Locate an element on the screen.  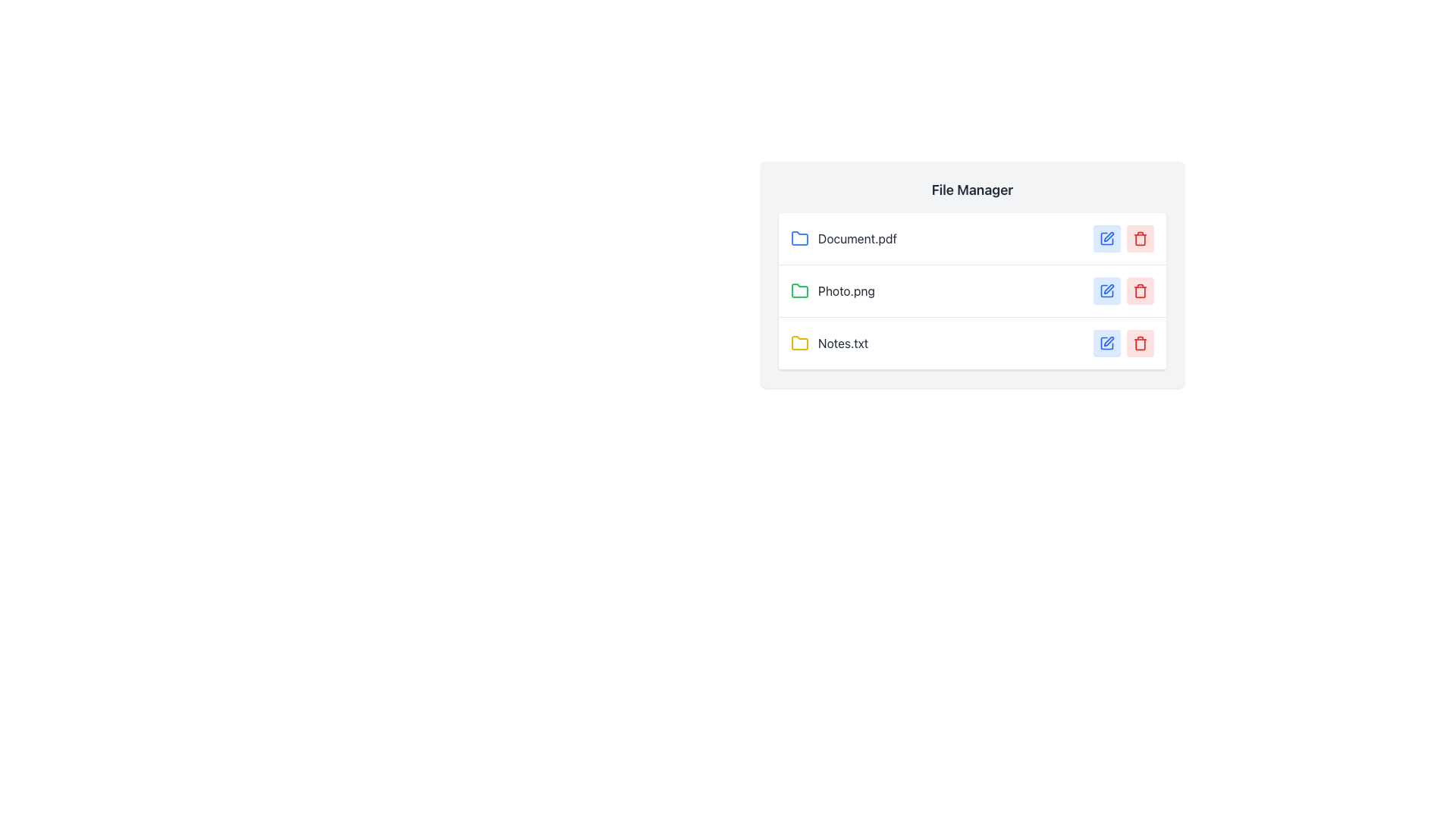
the delete icon button for 'Notes.txt' located at the far right of the file manager interface is located at coordinates (1140, 343).